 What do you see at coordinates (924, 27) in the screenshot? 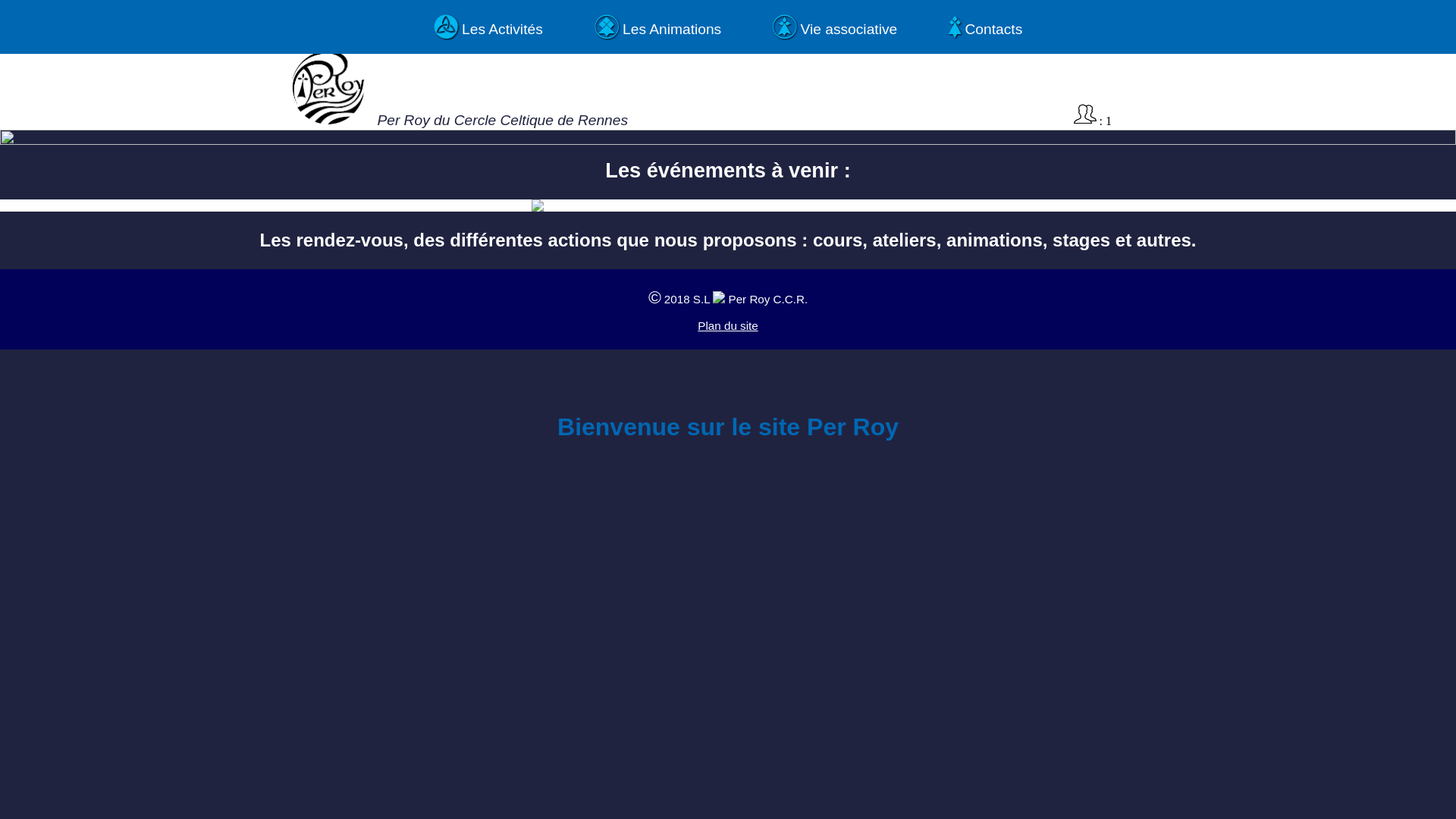
I see `'! Contacts'` at bounding box center [924, 27].